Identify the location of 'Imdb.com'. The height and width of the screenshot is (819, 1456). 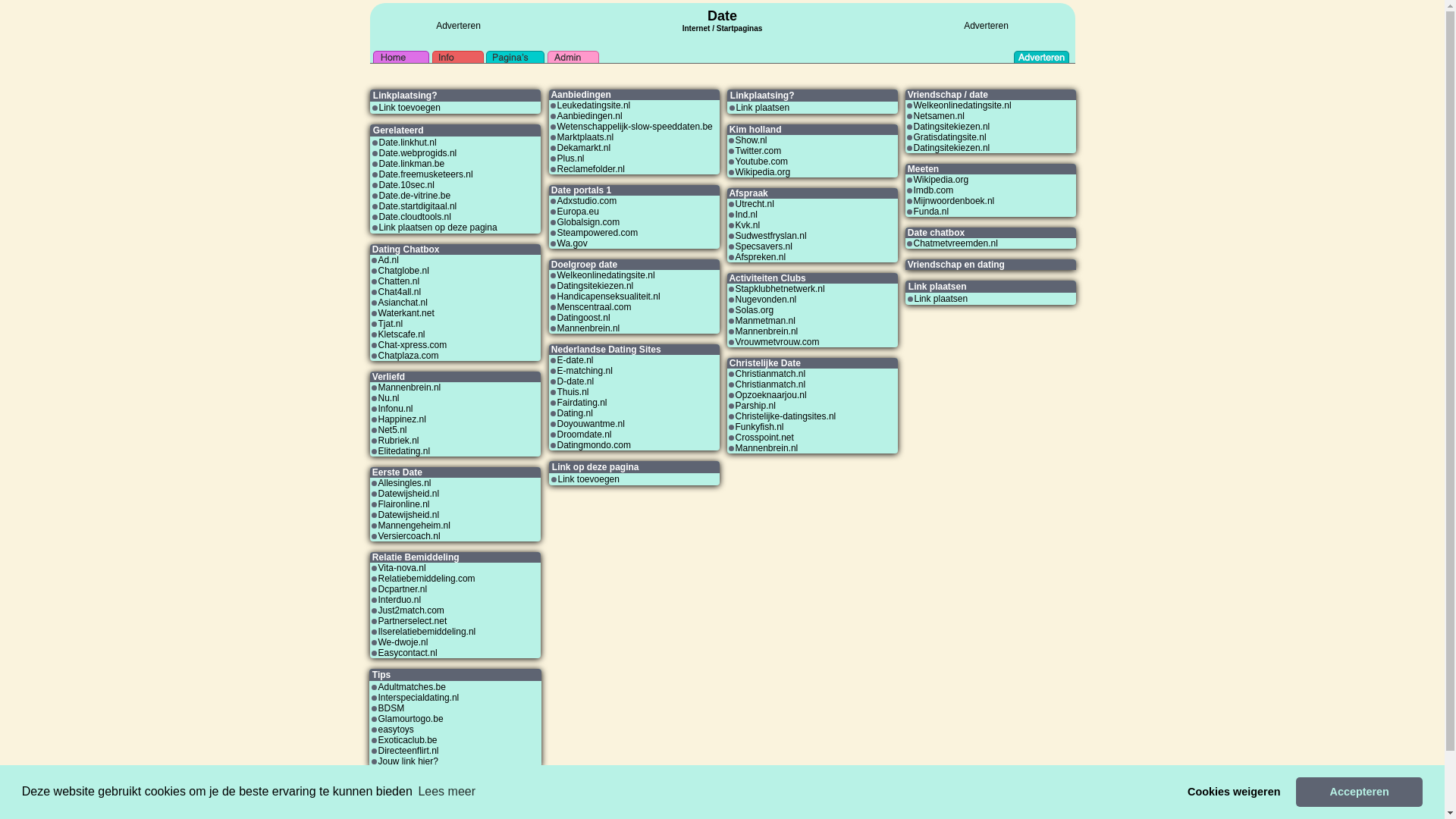
(932, 189).